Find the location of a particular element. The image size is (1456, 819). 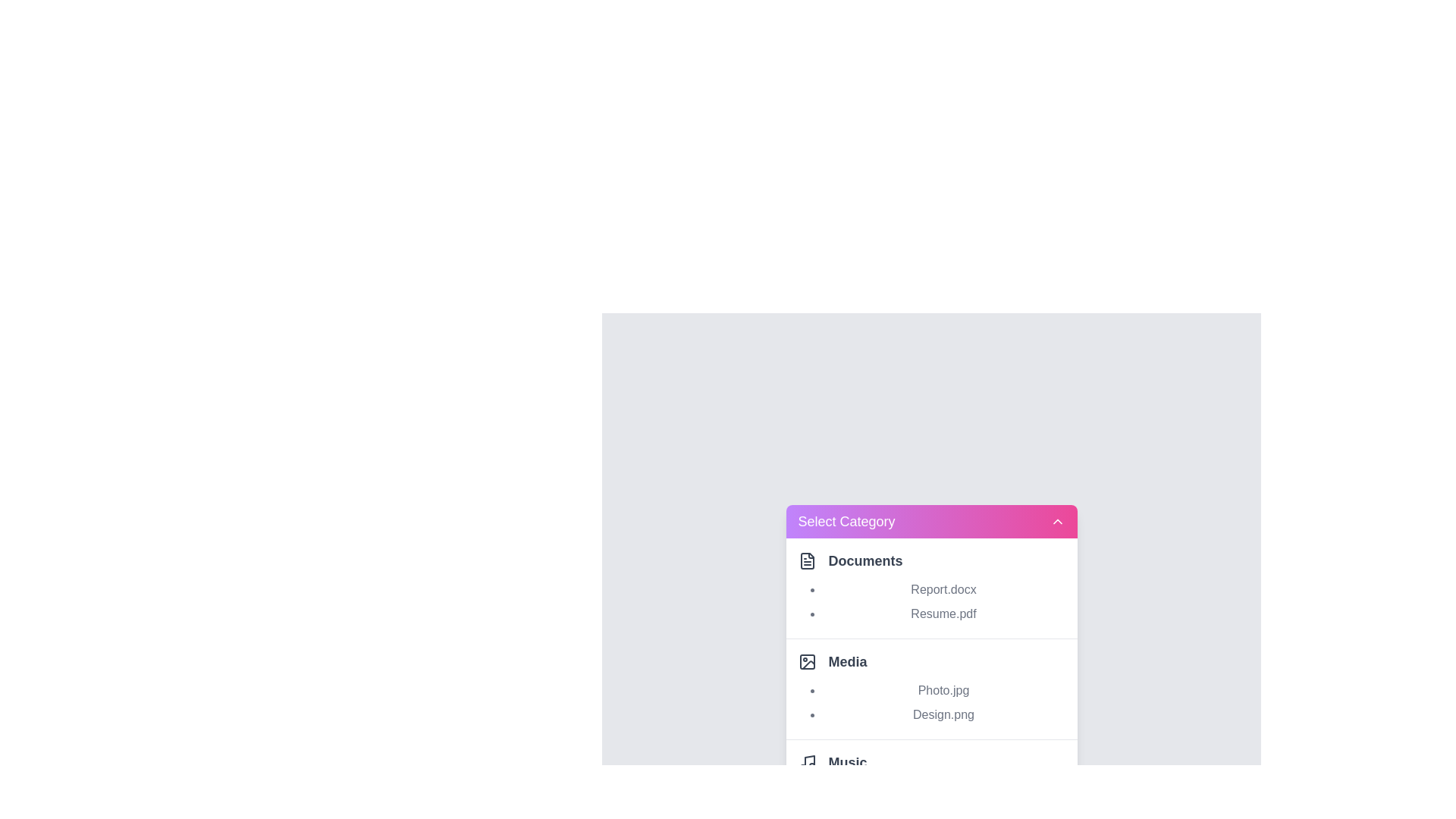

the 'Music' category icon located at the bottom of the 'Select Category' panel under the 'Media' section is located at coordinates (806, 762).